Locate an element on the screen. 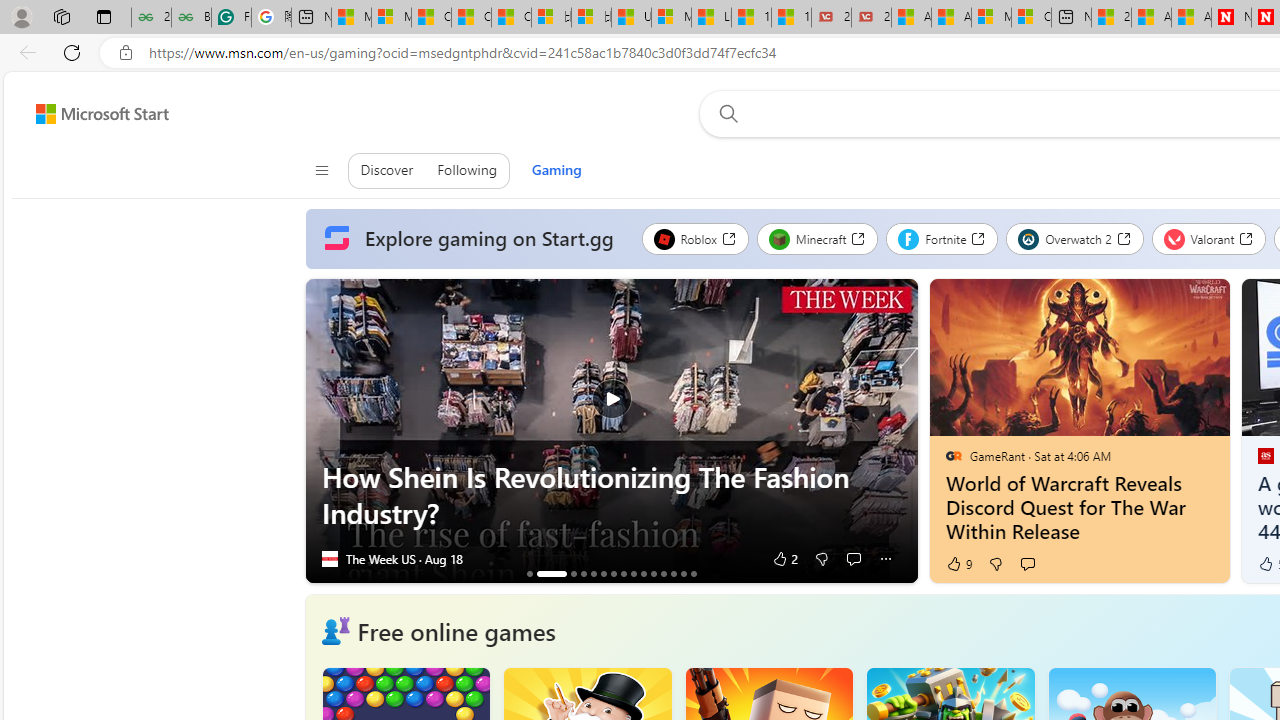  'The Week US' is located at coordinates (329, 559).